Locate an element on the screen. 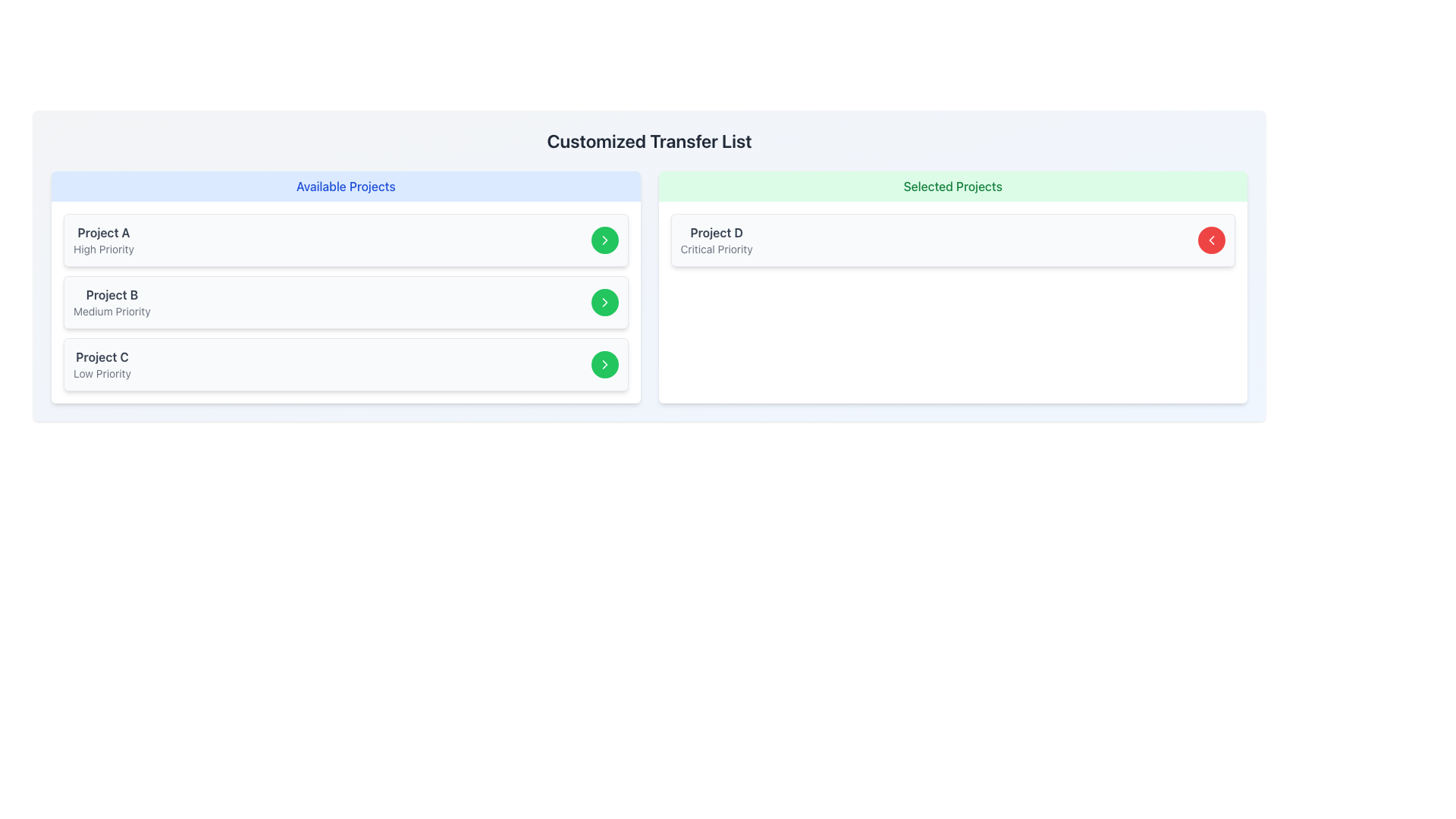  the Static Text Display containing the title 'Project B' and the label 'Medium Priority' in the second card of the 'Available Projects' section is located at coordinates (111, 302).